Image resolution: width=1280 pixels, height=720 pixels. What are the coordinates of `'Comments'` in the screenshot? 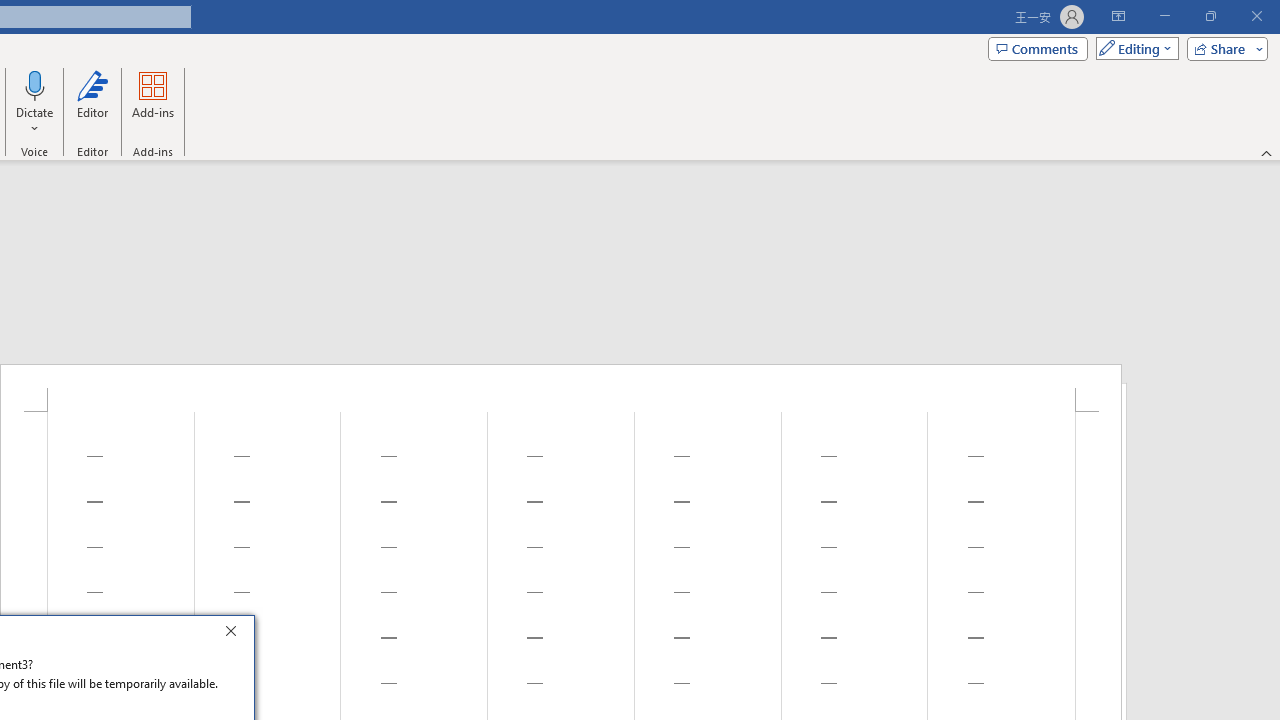 It's located at (1038, 47).